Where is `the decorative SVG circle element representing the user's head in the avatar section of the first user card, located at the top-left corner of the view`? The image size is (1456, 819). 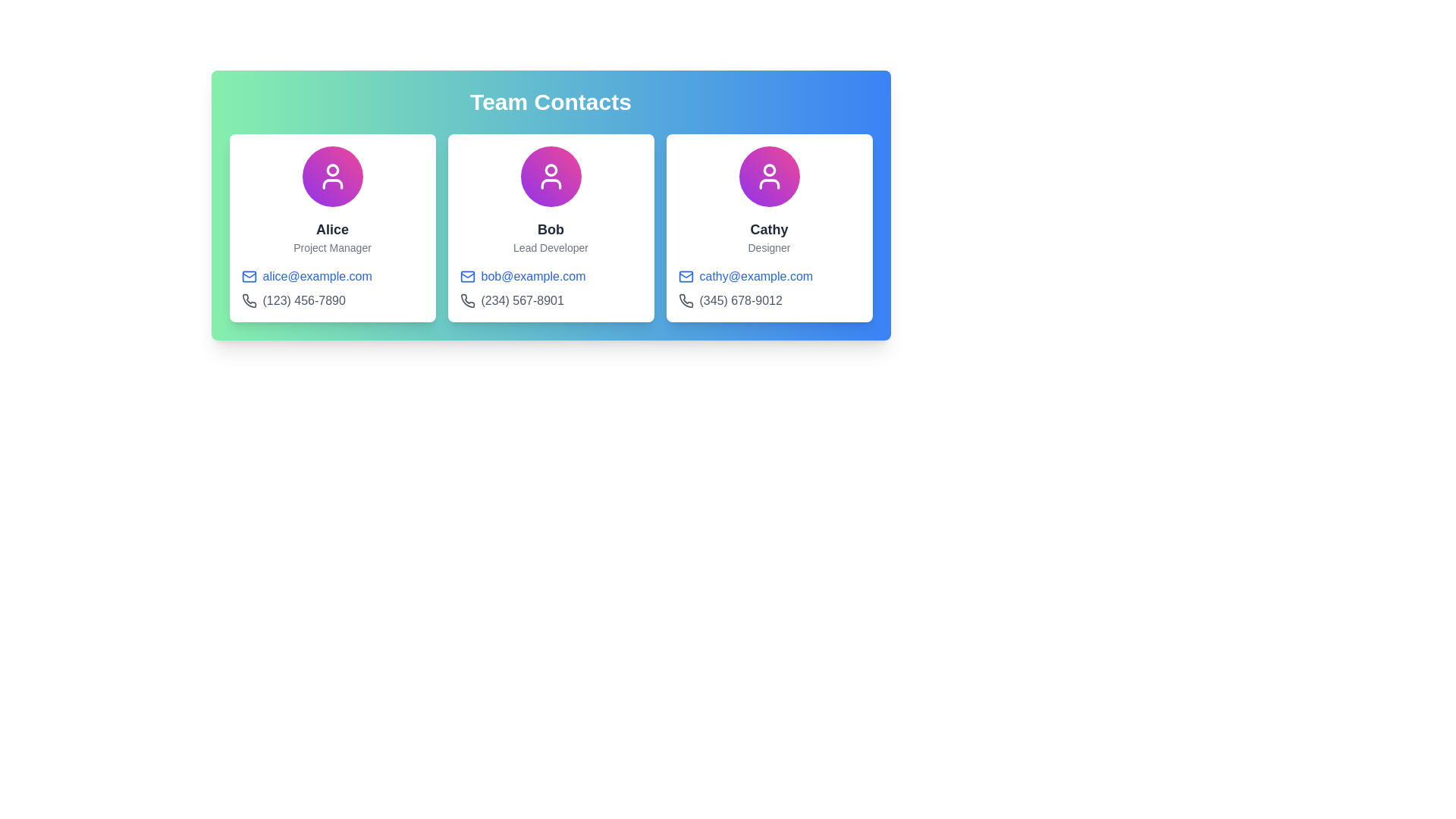 the decorative SVG circle element representing the user's head in the avatar section of the first user card, located at the top-left corner of the view is located at coordinates (331, 170).